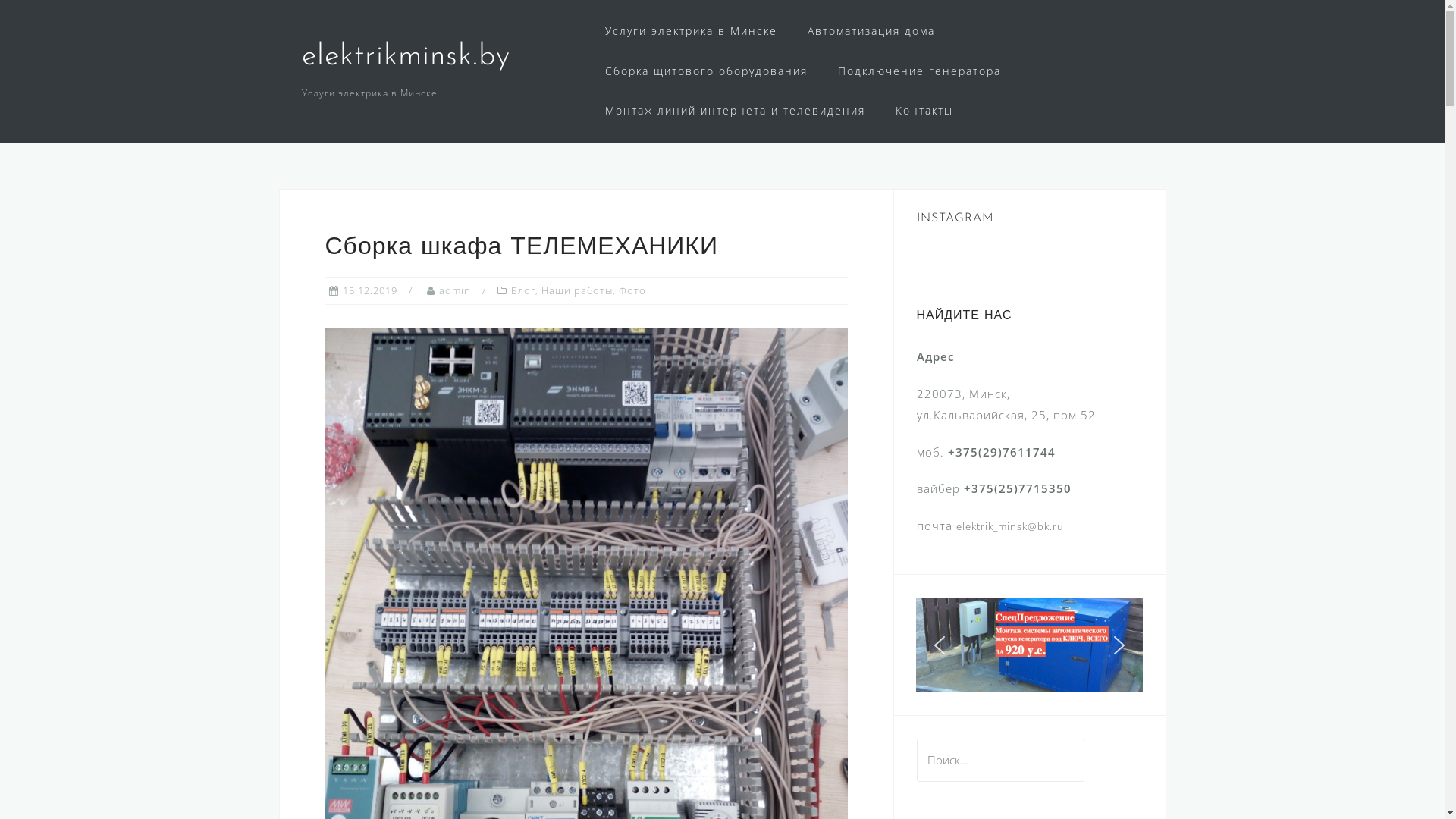 This screenshot has height=819, width=1456. Describe the element at coordinates (1009, 525) in the screenshot. I see `'elektrik_minsk@bk.ru'` at that location.